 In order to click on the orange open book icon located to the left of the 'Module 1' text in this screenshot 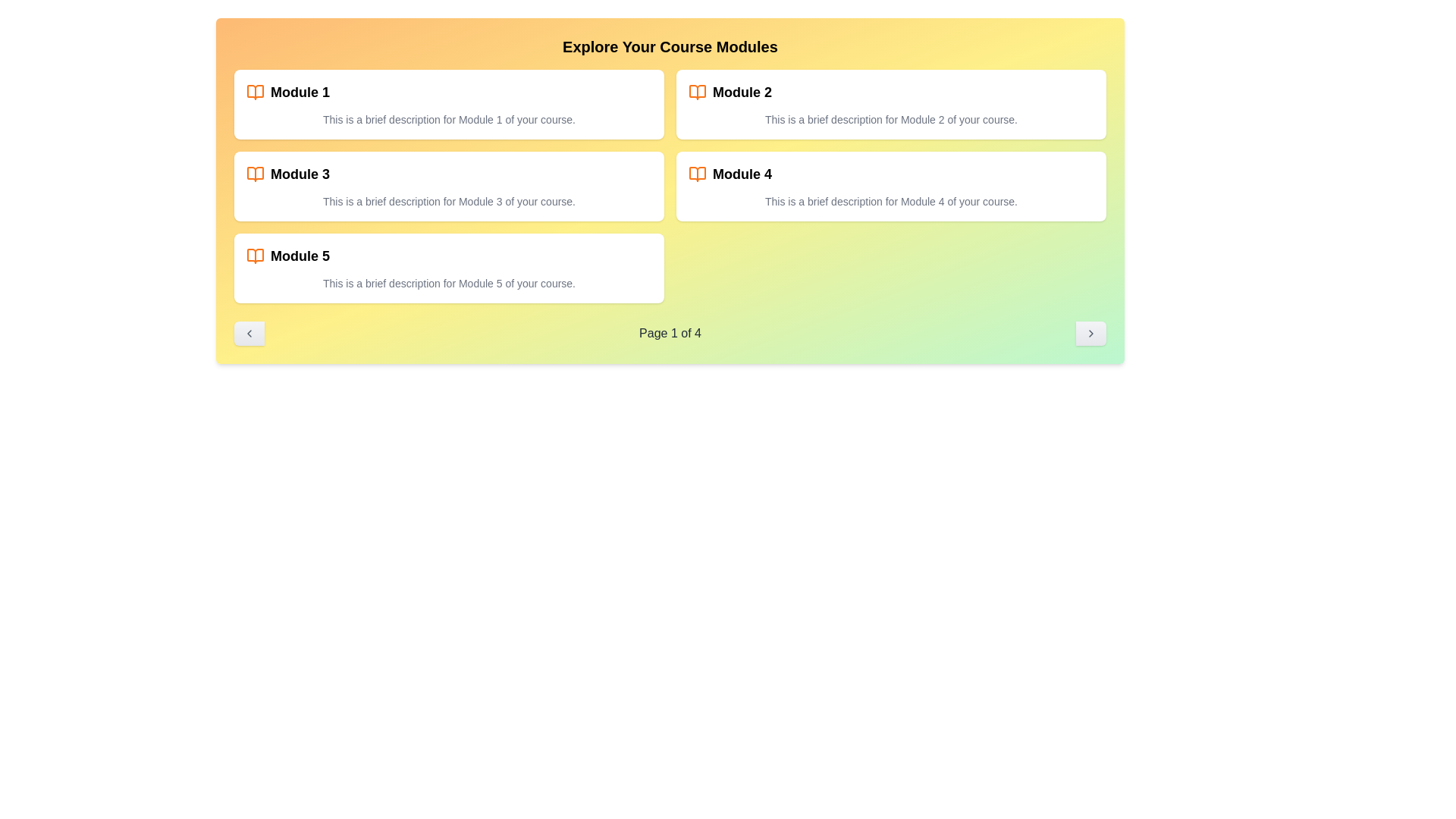, I will do `click(255, 93)`.